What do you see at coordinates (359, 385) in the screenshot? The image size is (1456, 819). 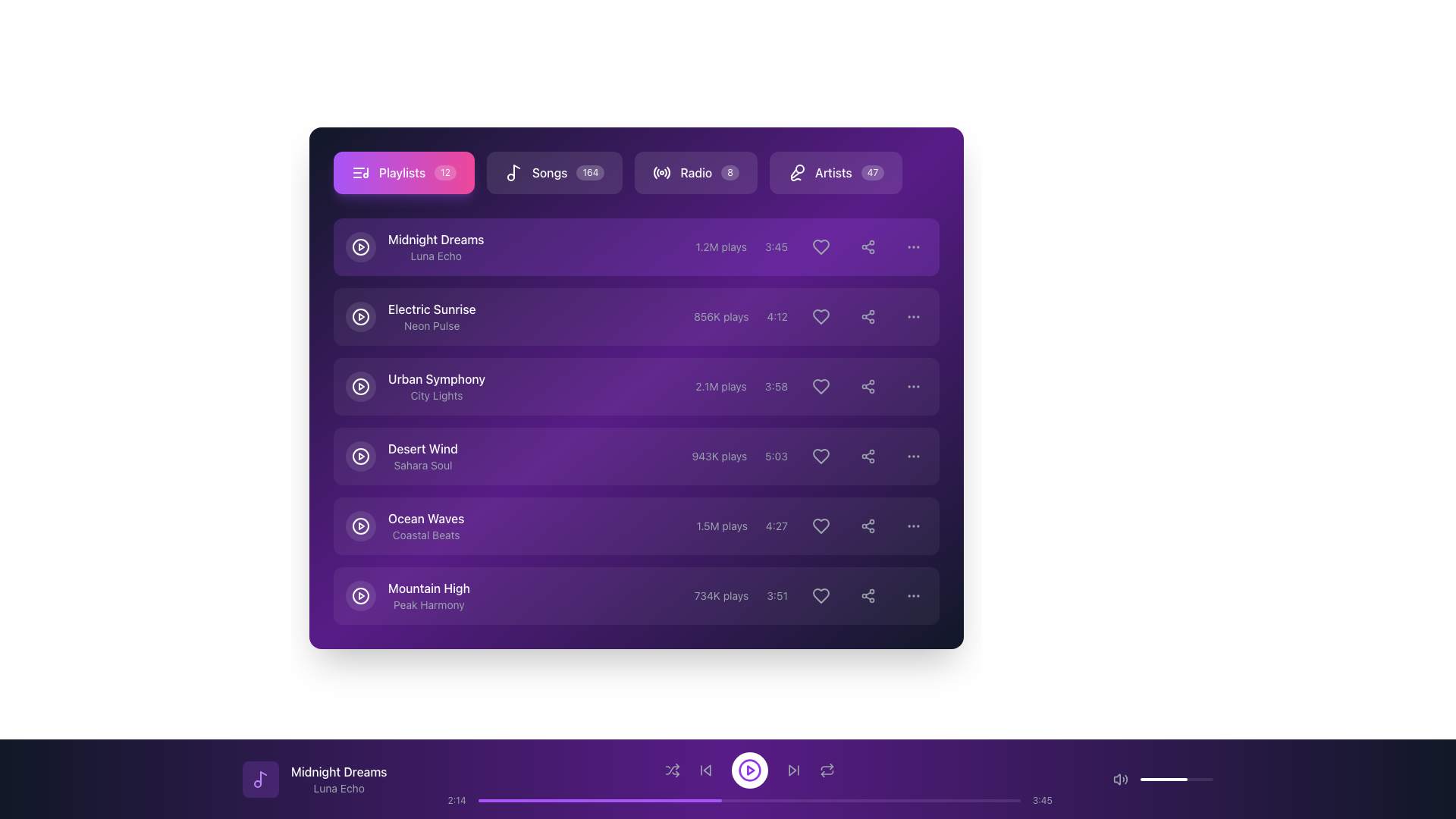 I see `the circular play button with a white fill and faint translucent purple background, located to the left of the track labeled 'Urban Symphony by City Lights', which is in the third position in the list of buttons` at bounding box center [359, 385].